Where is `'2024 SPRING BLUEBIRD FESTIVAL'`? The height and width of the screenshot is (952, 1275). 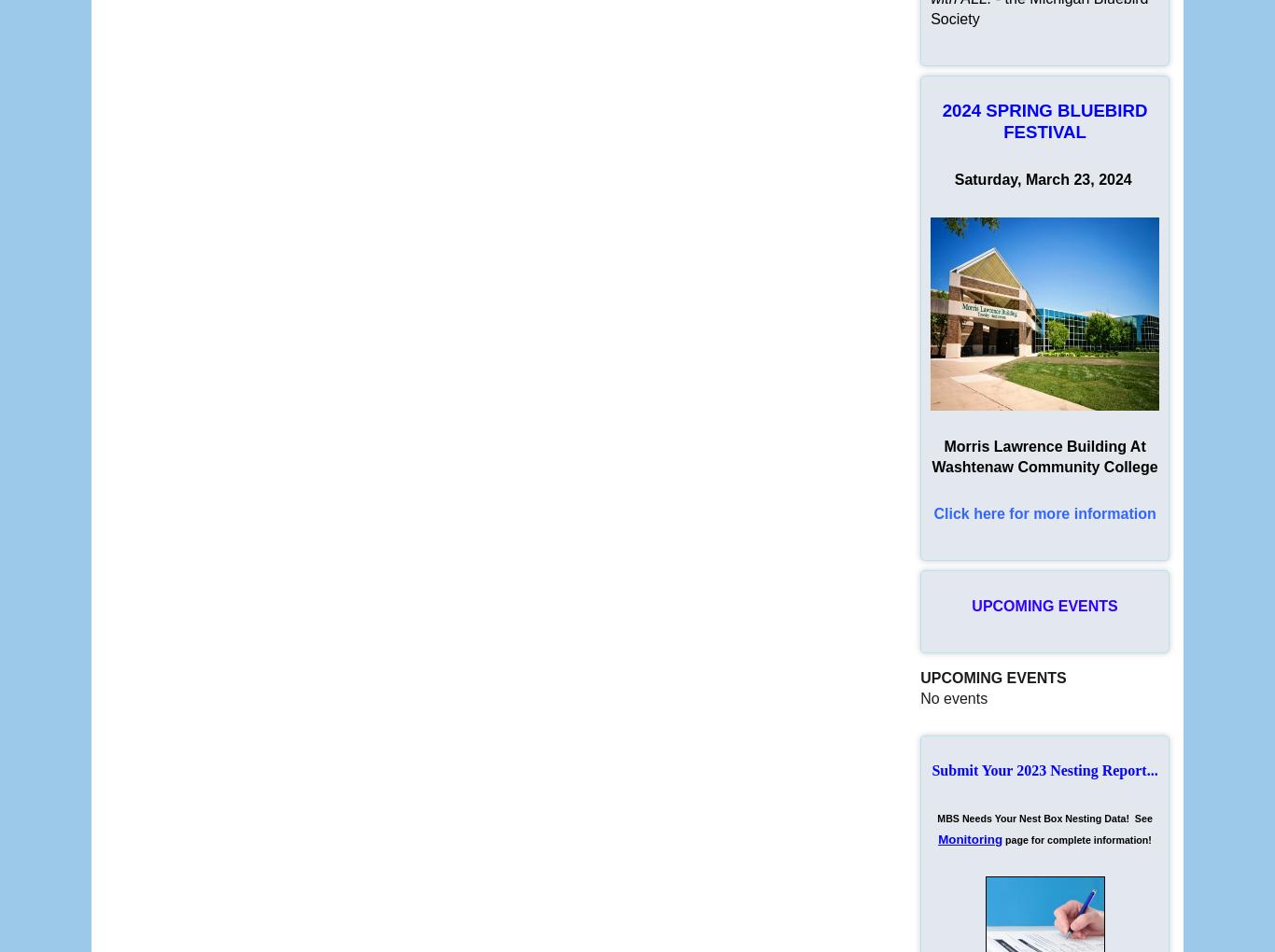 '2024 SPRING BLUEBIRD FESTIVAL' is located at coordinates (1044, 121).